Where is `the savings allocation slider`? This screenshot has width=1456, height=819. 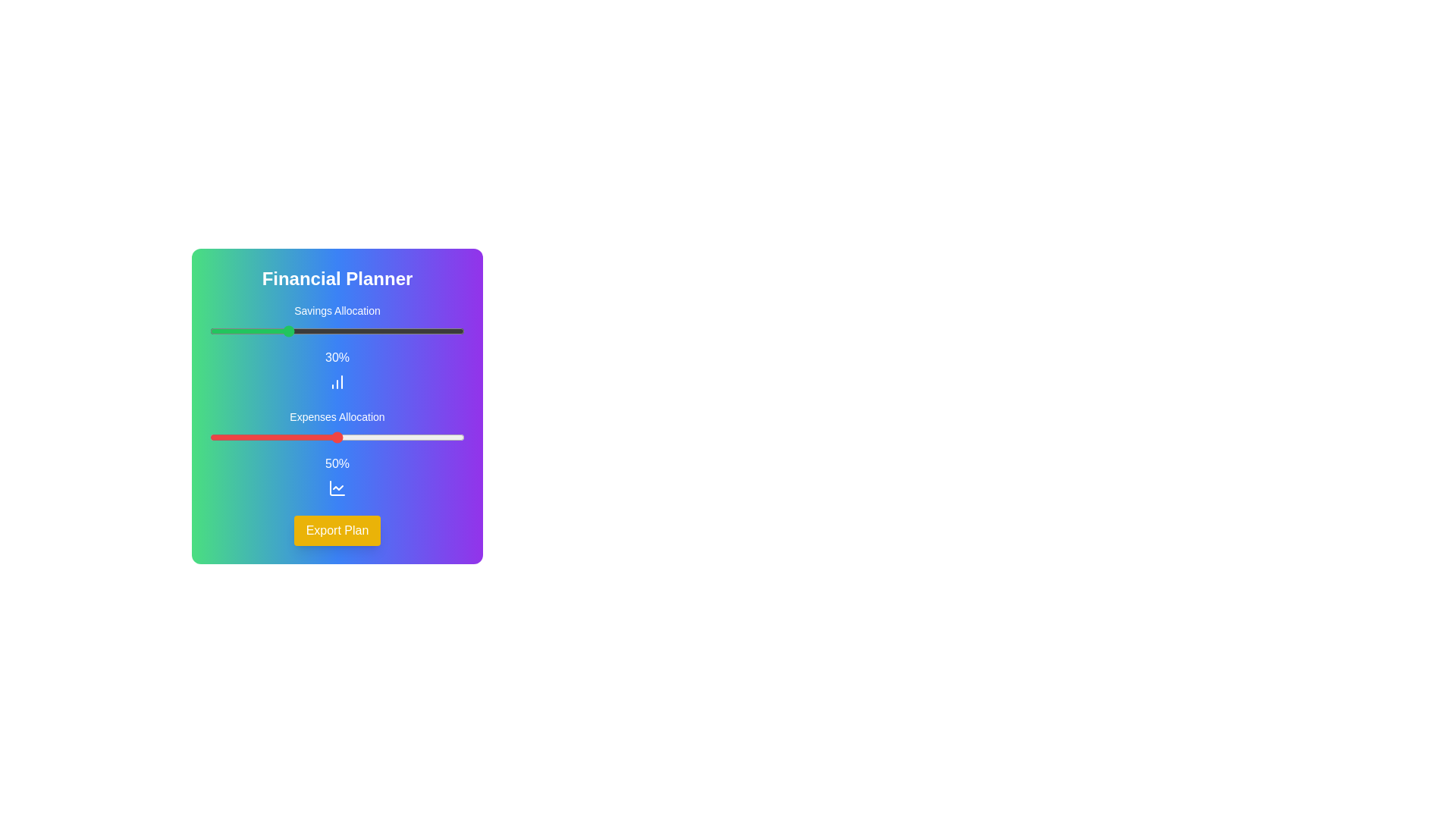
the savings allocation slider is located at coordinates (316, 330).